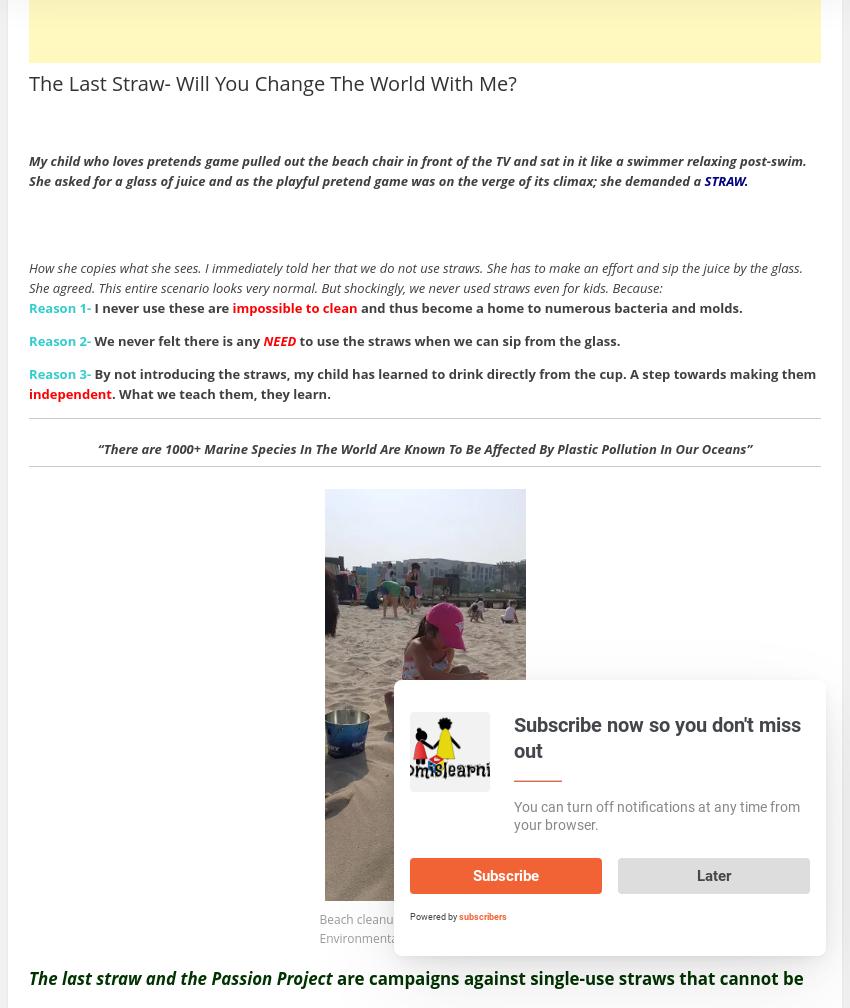 This screenshot has width=850, height=1008. Describe the element at coordinates (271, 82) in the screenshot. I see `'The Last Straw- Will You Change The World With Me?'` at that location.